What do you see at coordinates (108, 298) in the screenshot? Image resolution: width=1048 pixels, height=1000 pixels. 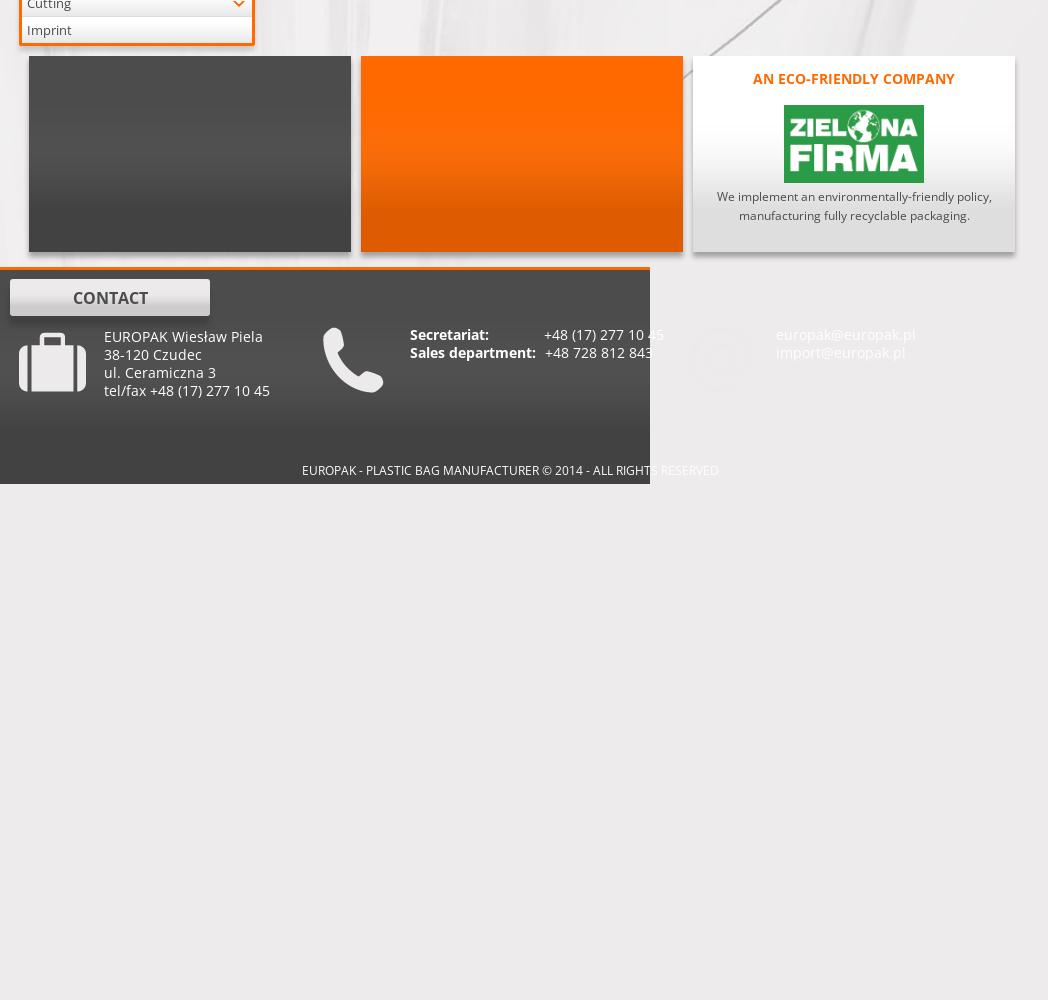 I see `'CONTACT'` at bounding box center [108, 298].